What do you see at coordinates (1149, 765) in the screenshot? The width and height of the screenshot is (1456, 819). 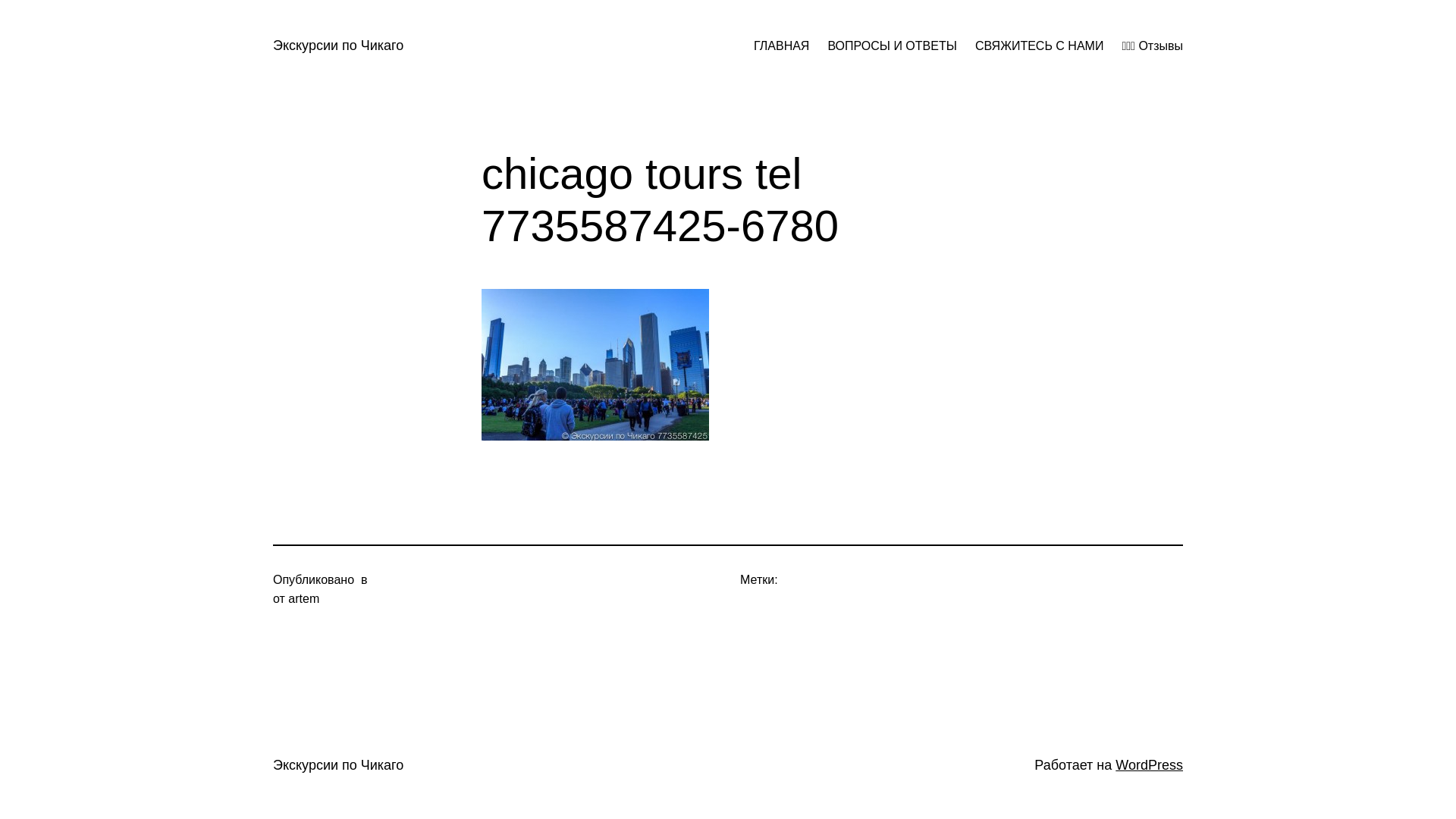 I see `'WordPress'` at bounding box center [1149, 765].